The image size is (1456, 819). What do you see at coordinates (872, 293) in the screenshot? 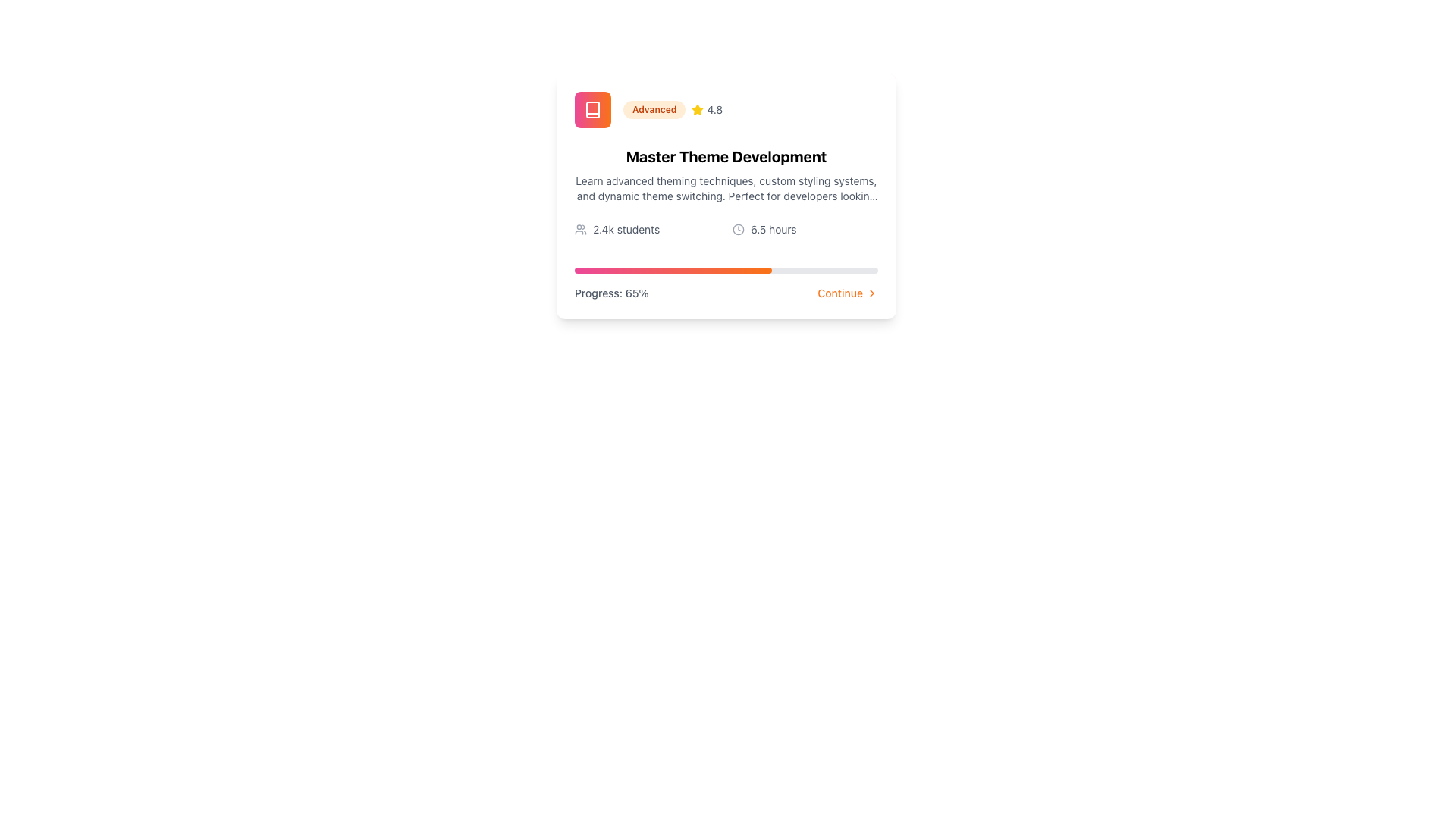
I see `the icon located to the right of the 'Continue' text label` at bounding box center [872, 293].